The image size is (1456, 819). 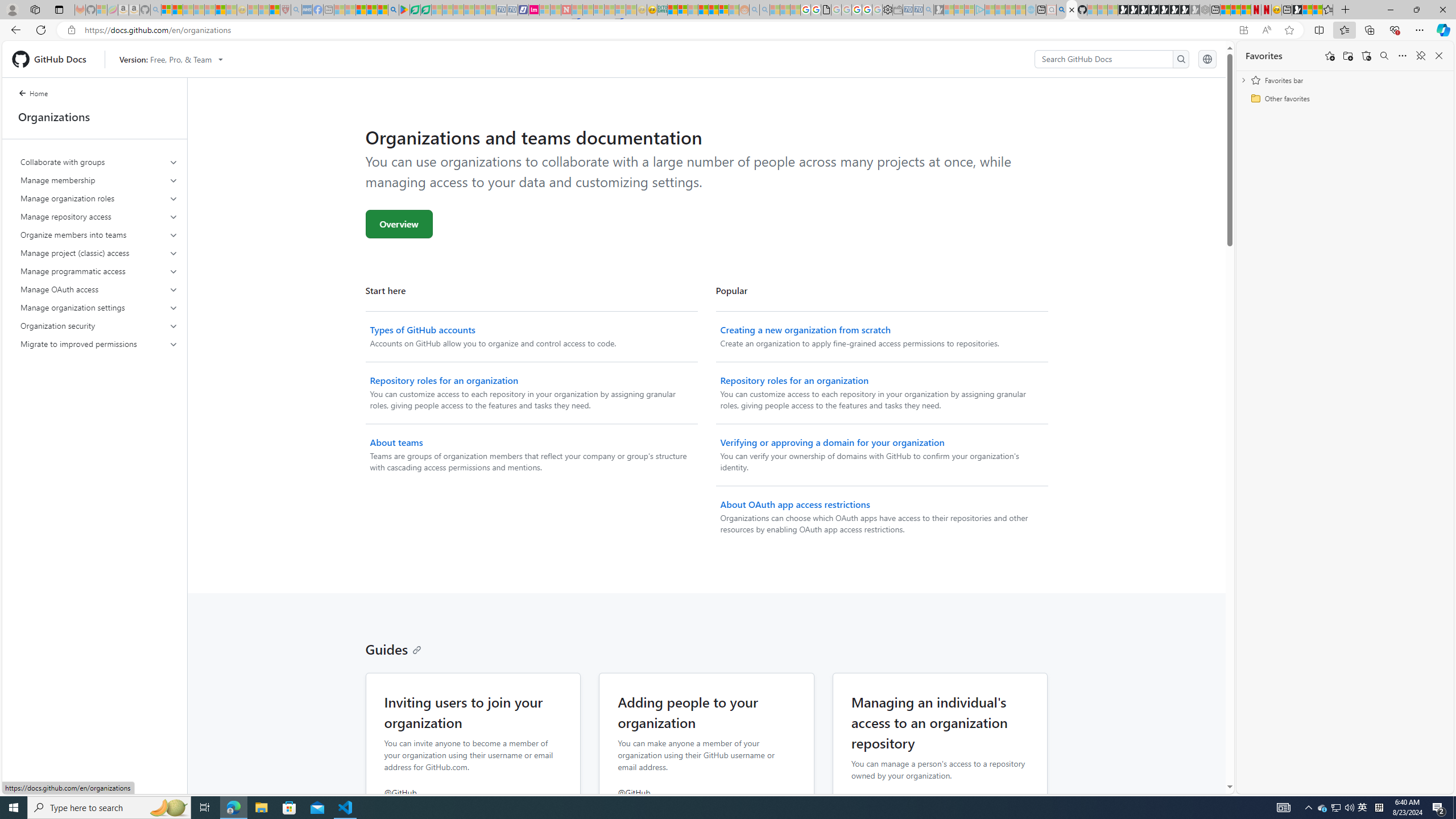 I want to click on 'Add folder', so click(x=1347, y=55).